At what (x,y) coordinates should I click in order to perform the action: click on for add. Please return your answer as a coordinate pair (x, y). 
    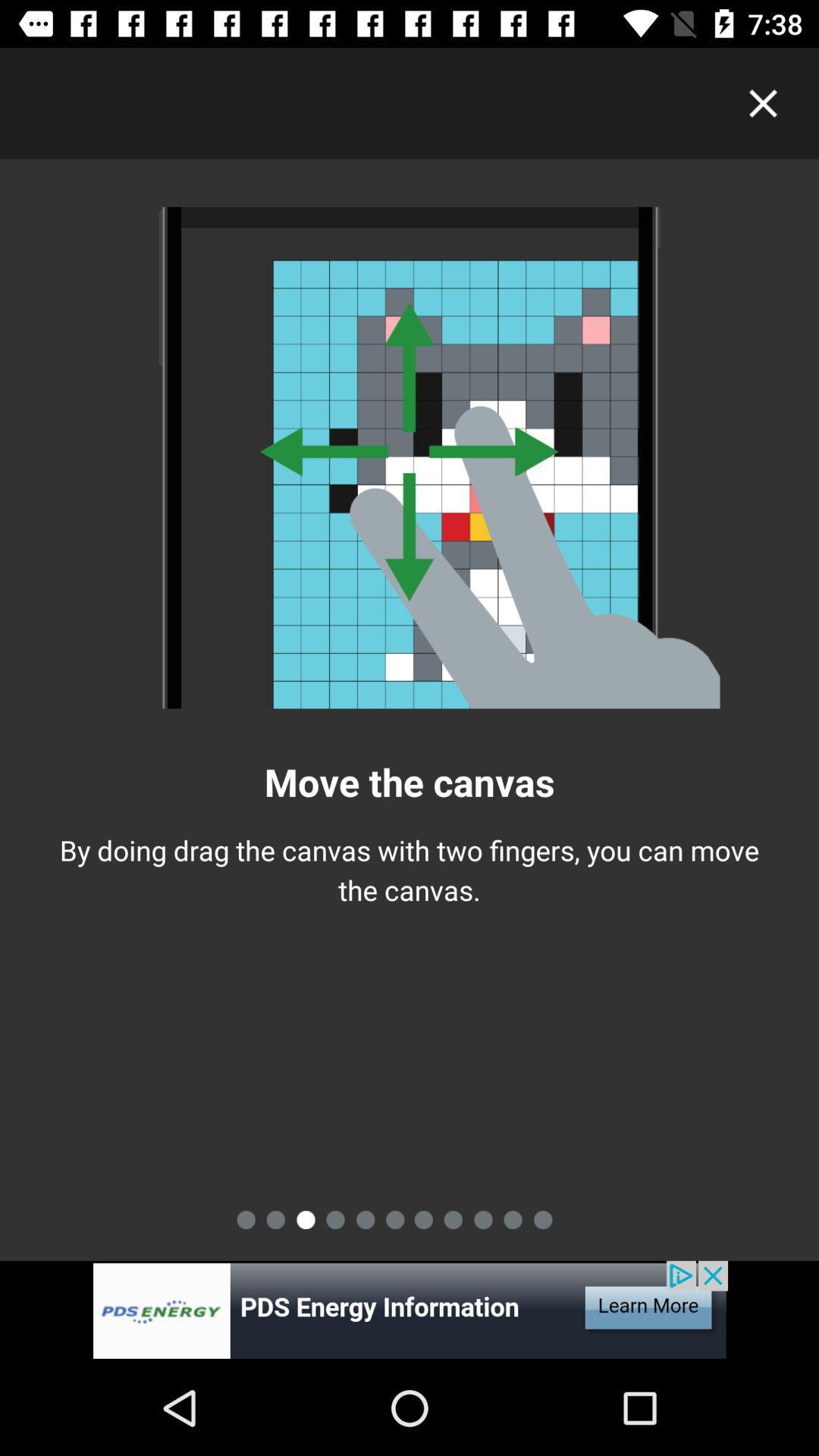
    Looking at the image, I should click on (409, 1310).